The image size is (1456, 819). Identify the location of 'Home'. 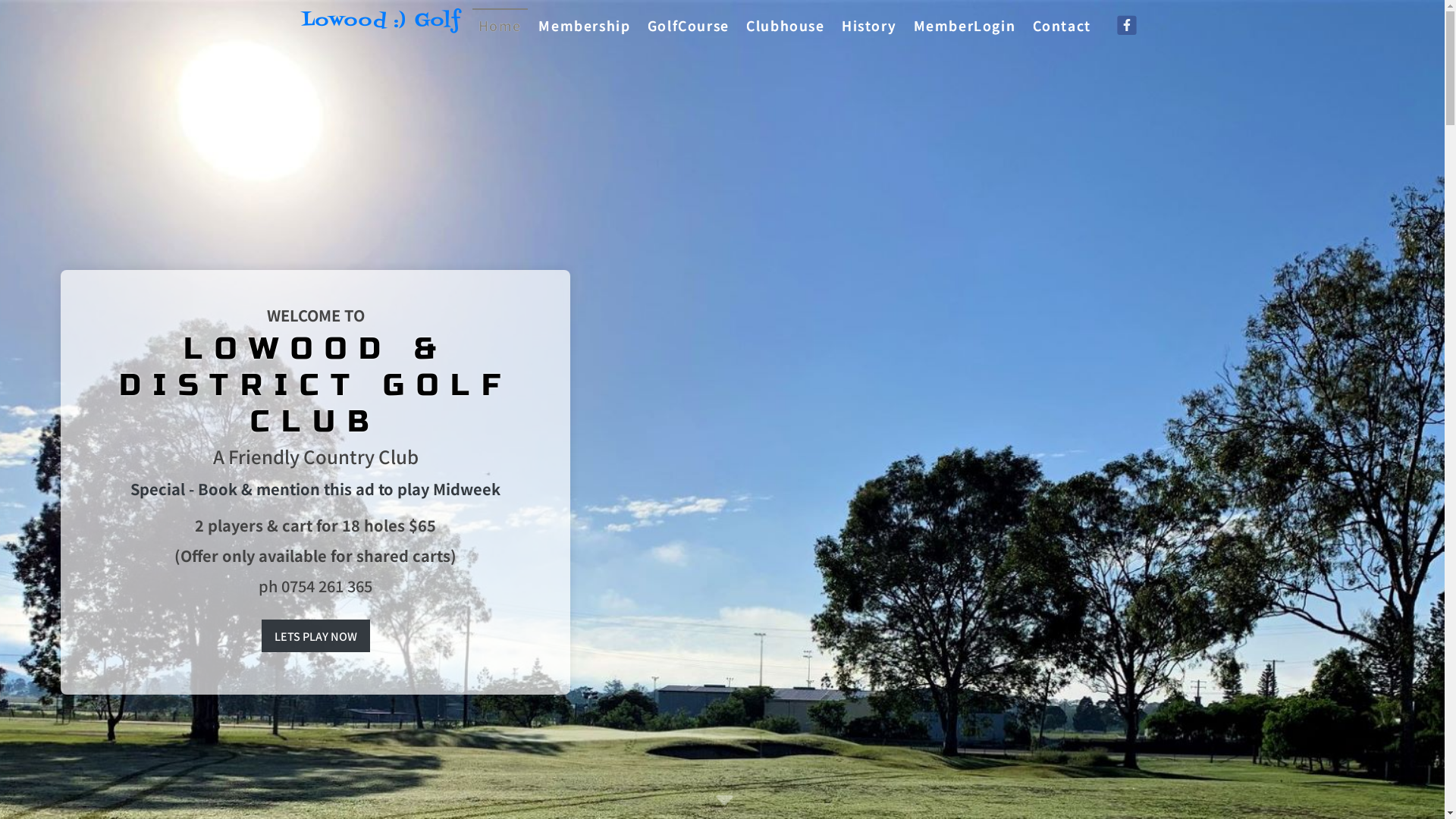
(500, 25).